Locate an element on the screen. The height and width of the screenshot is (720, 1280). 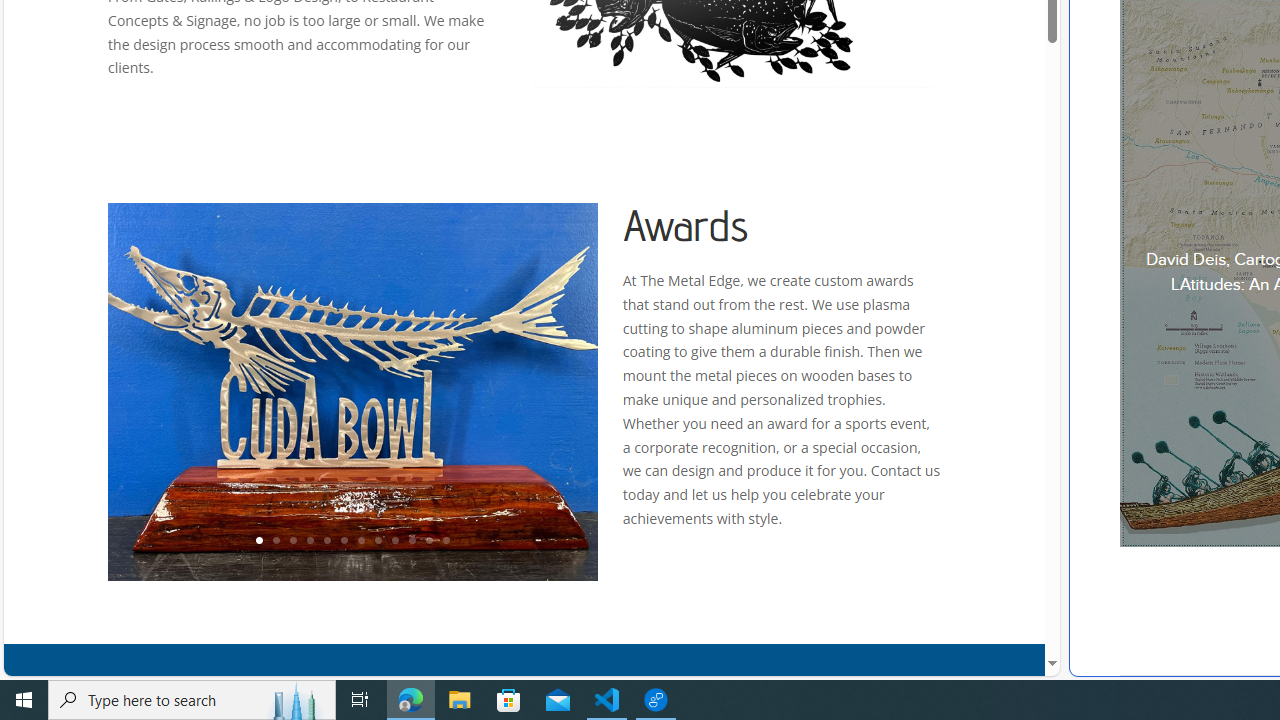
'8' is located at coordinates (377, 541).